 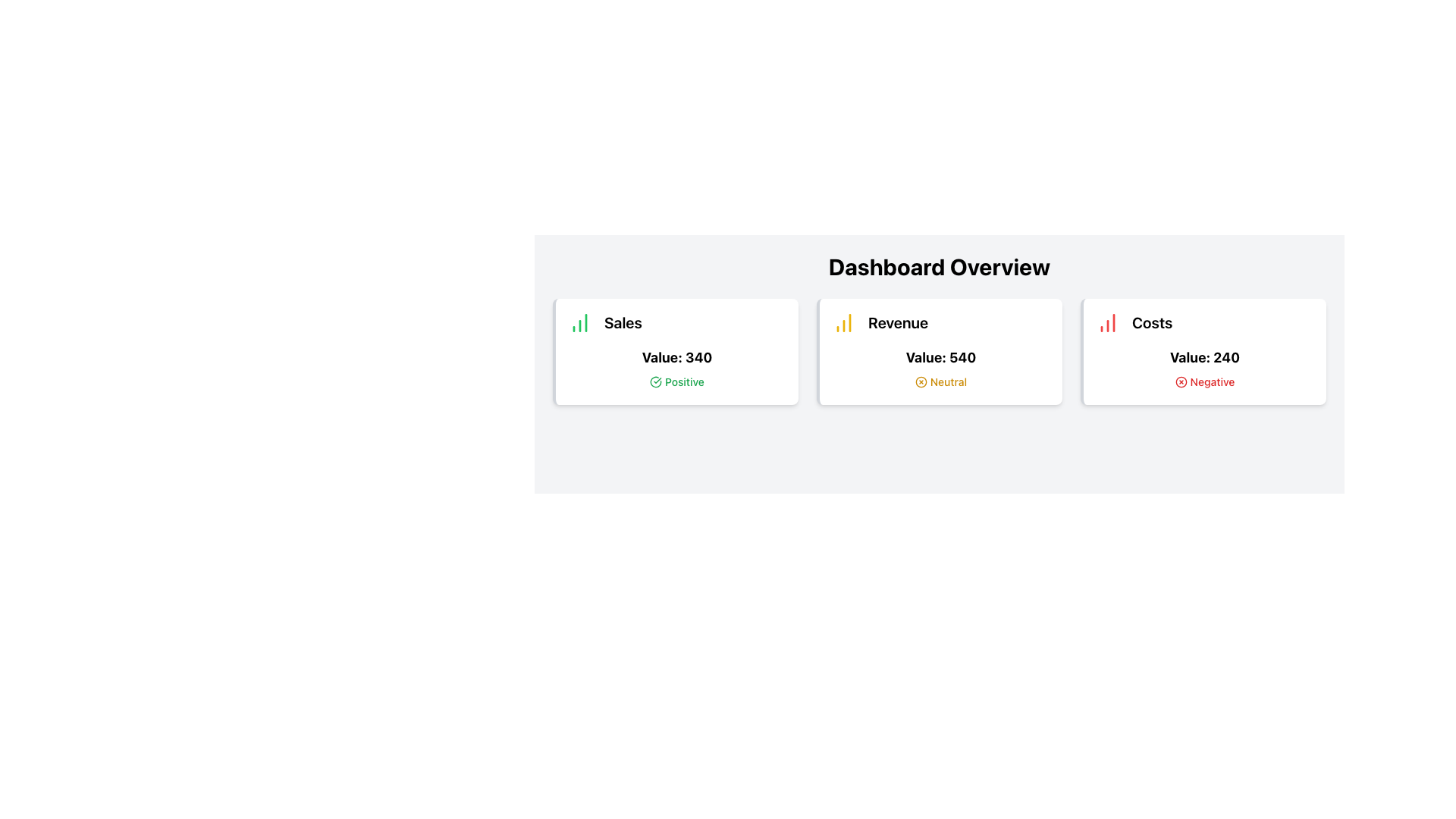 I want to click on the Decorative Label that indicates a neutral sentiment or status, positioned below the bolded text 'Value: 540' in the middle card of a three-column dashboard layout, so click(x=940, y=381).